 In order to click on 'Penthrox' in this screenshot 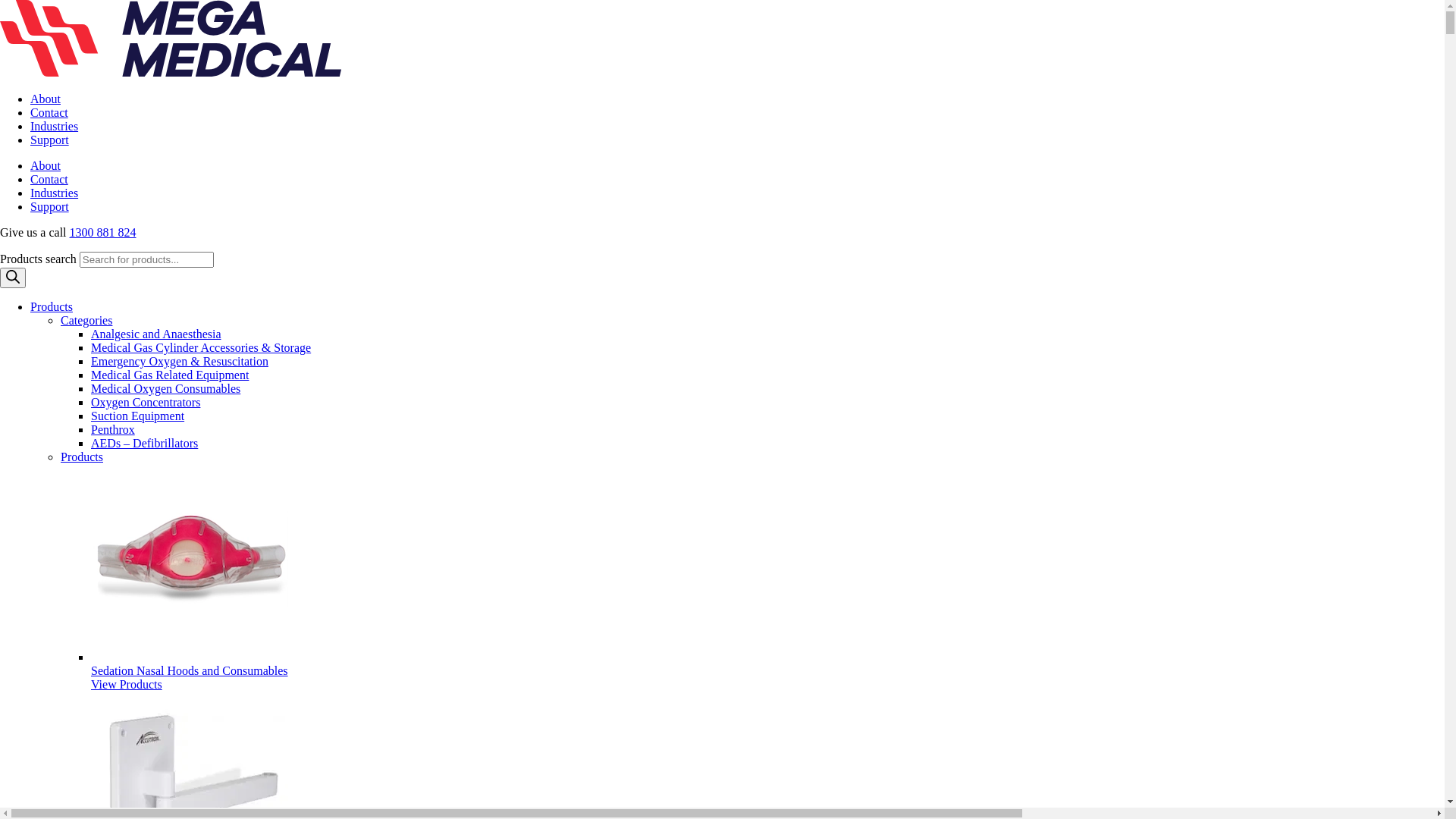, I will do `click(111, 429)`.